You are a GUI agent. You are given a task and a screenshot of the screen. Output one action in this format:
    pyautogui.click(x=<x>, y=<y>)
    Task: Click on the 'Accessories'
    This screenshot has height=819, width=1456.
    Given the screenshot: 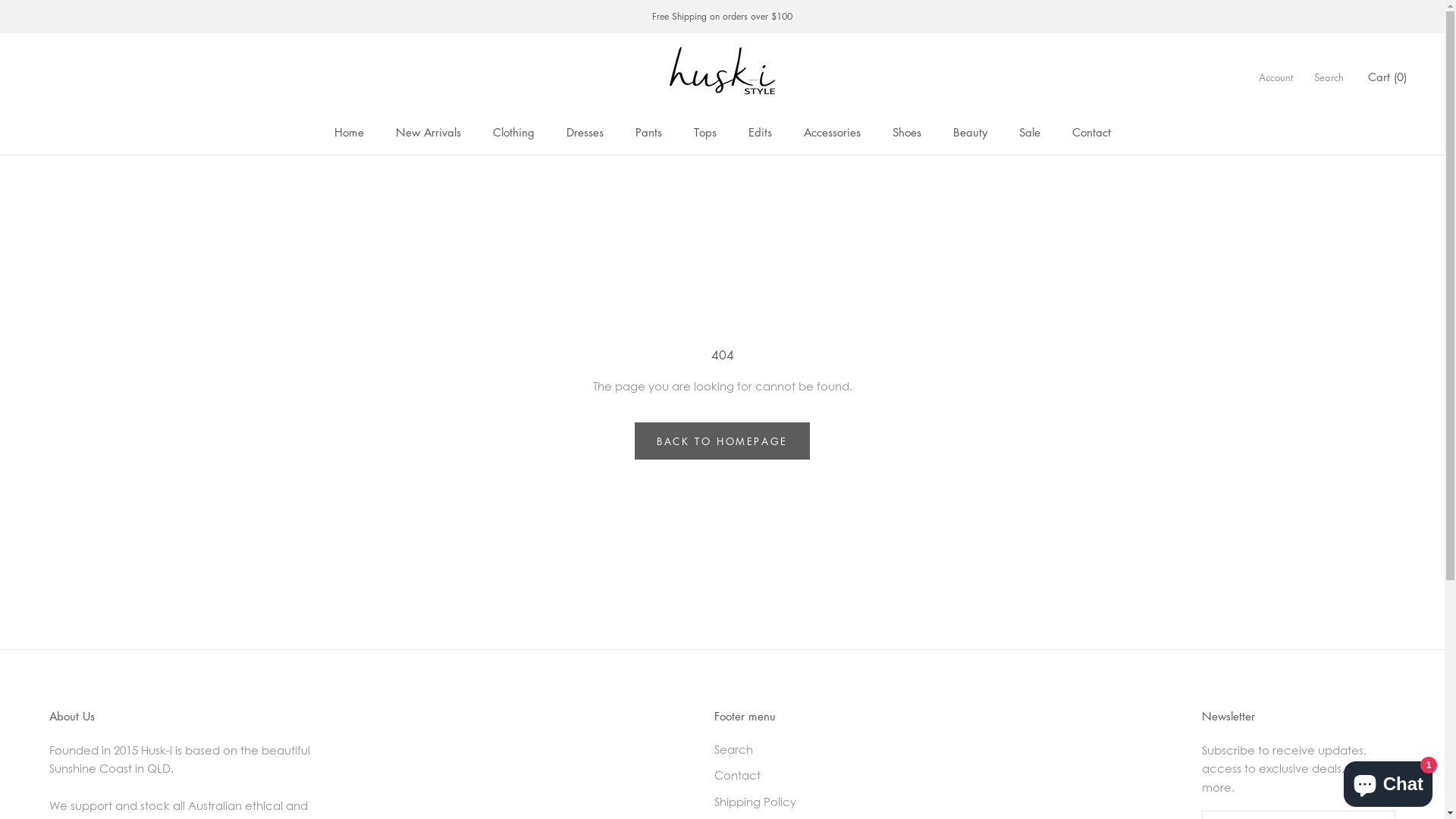 What is the action you would take?
    pyautogui.click(x=831, y=130)
    